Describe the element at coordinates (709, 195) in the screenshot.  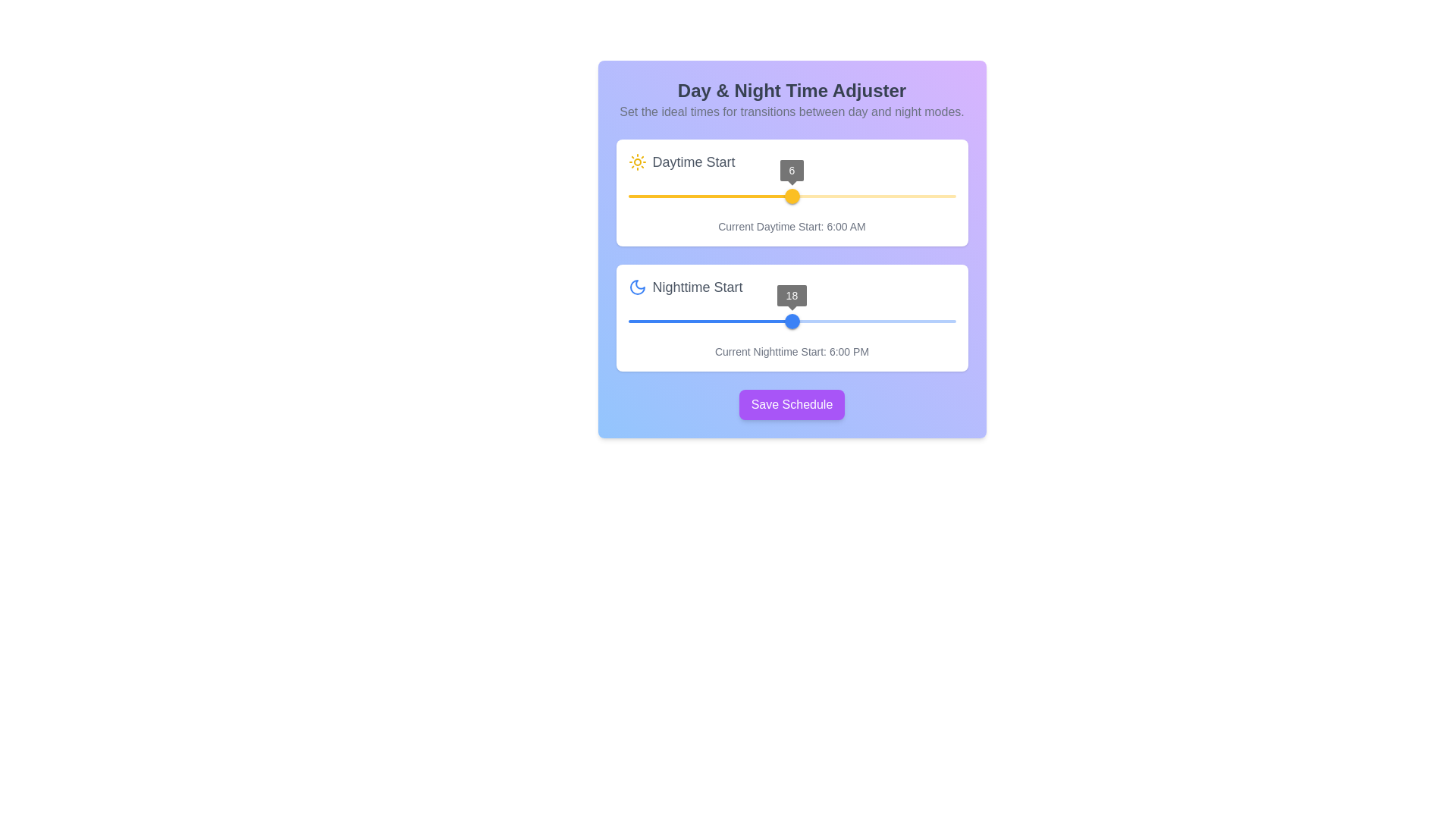
I see `the daytime start` at that location.